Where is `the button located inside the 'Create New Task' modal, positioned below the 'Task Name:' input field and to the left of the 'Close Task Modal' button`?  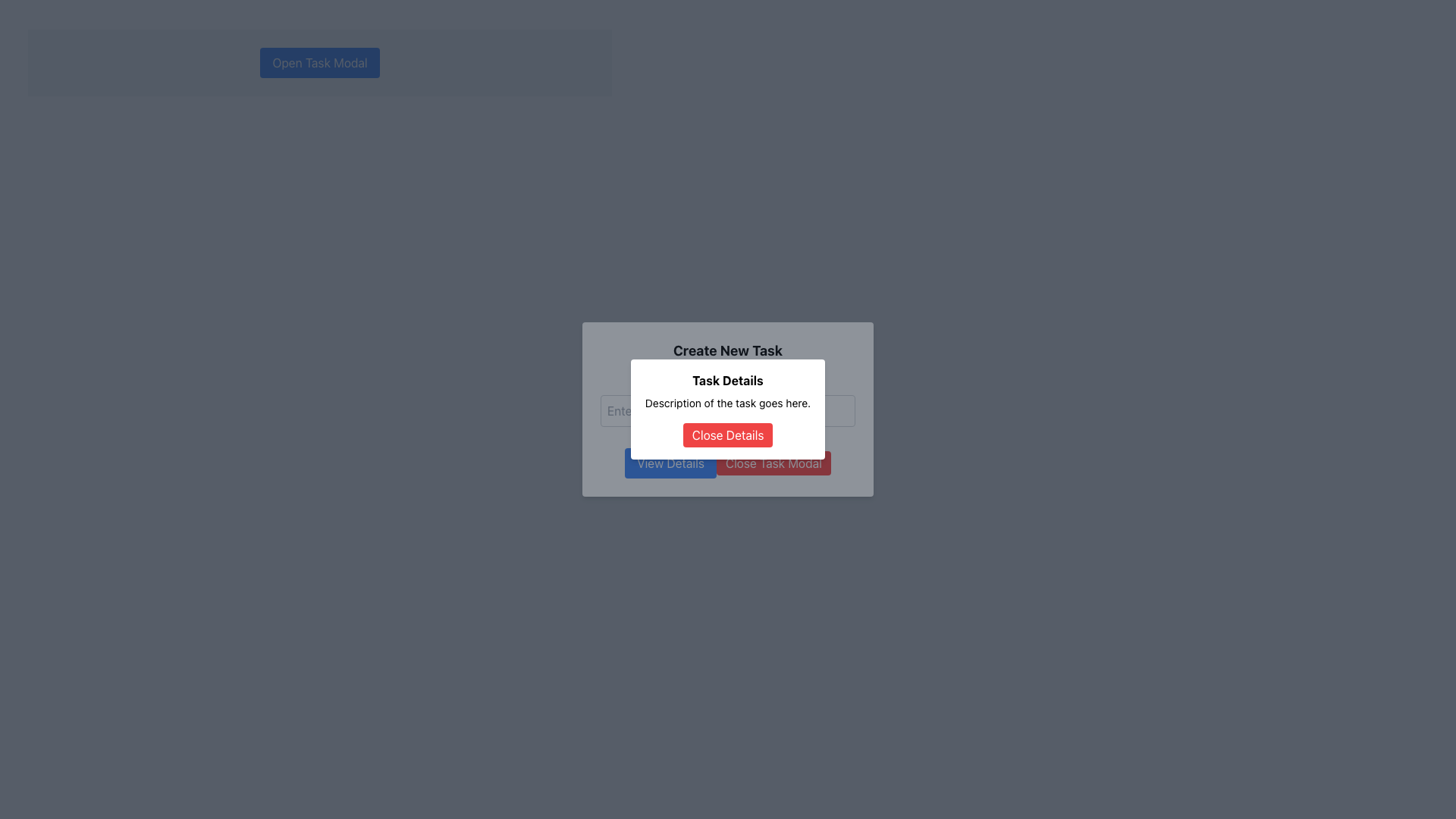
the button located inside the 'Create New Task' modal, positioned below the 'Task Name:' input field and to the left of the 'Close Task Modal' button is located at coordinates (670, 462).